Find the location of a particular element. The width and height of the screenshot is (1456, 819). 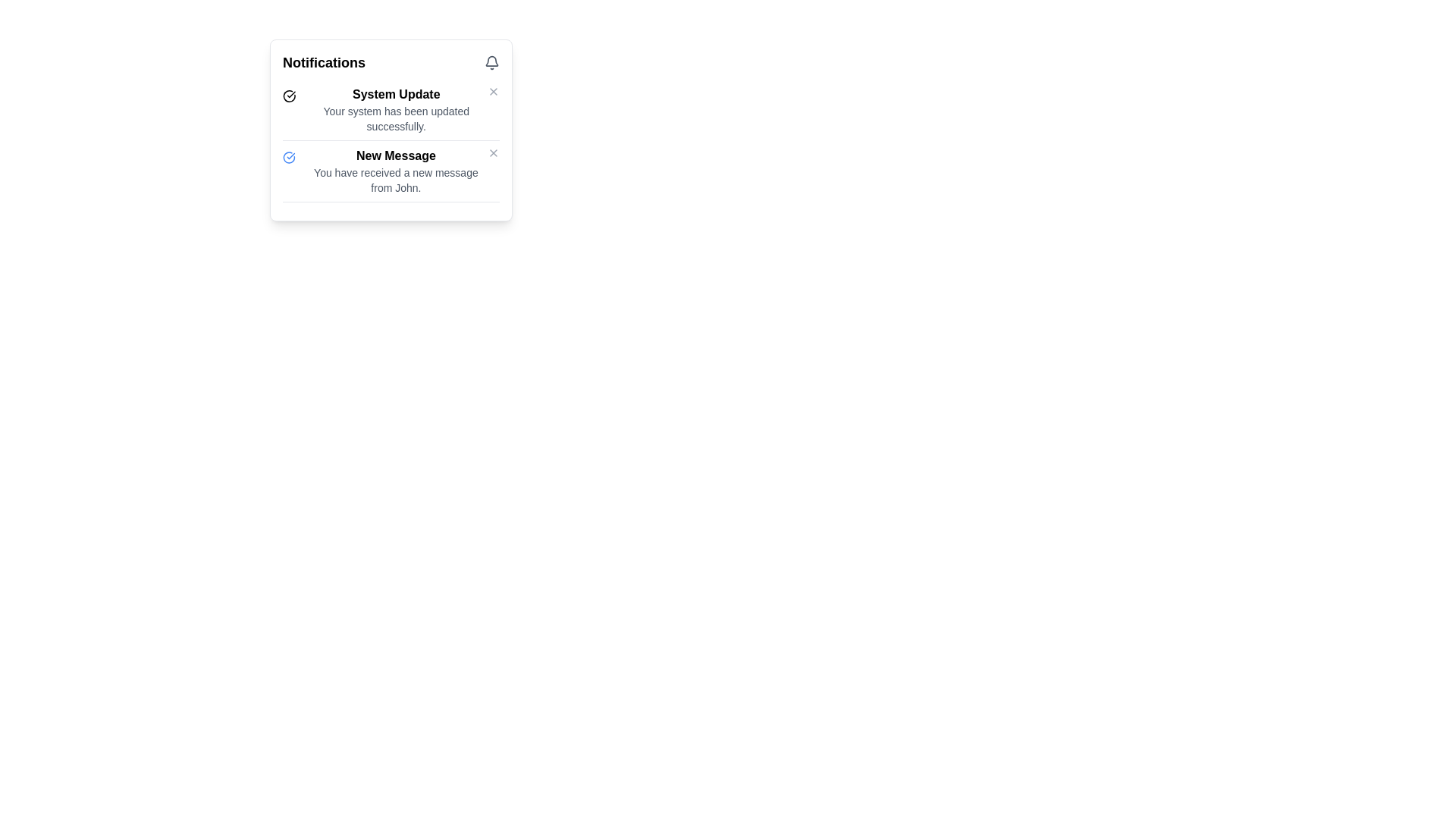

the close button (cross icon) located at the far right of the 'System Update' notification is located at coordinates (494, 91).